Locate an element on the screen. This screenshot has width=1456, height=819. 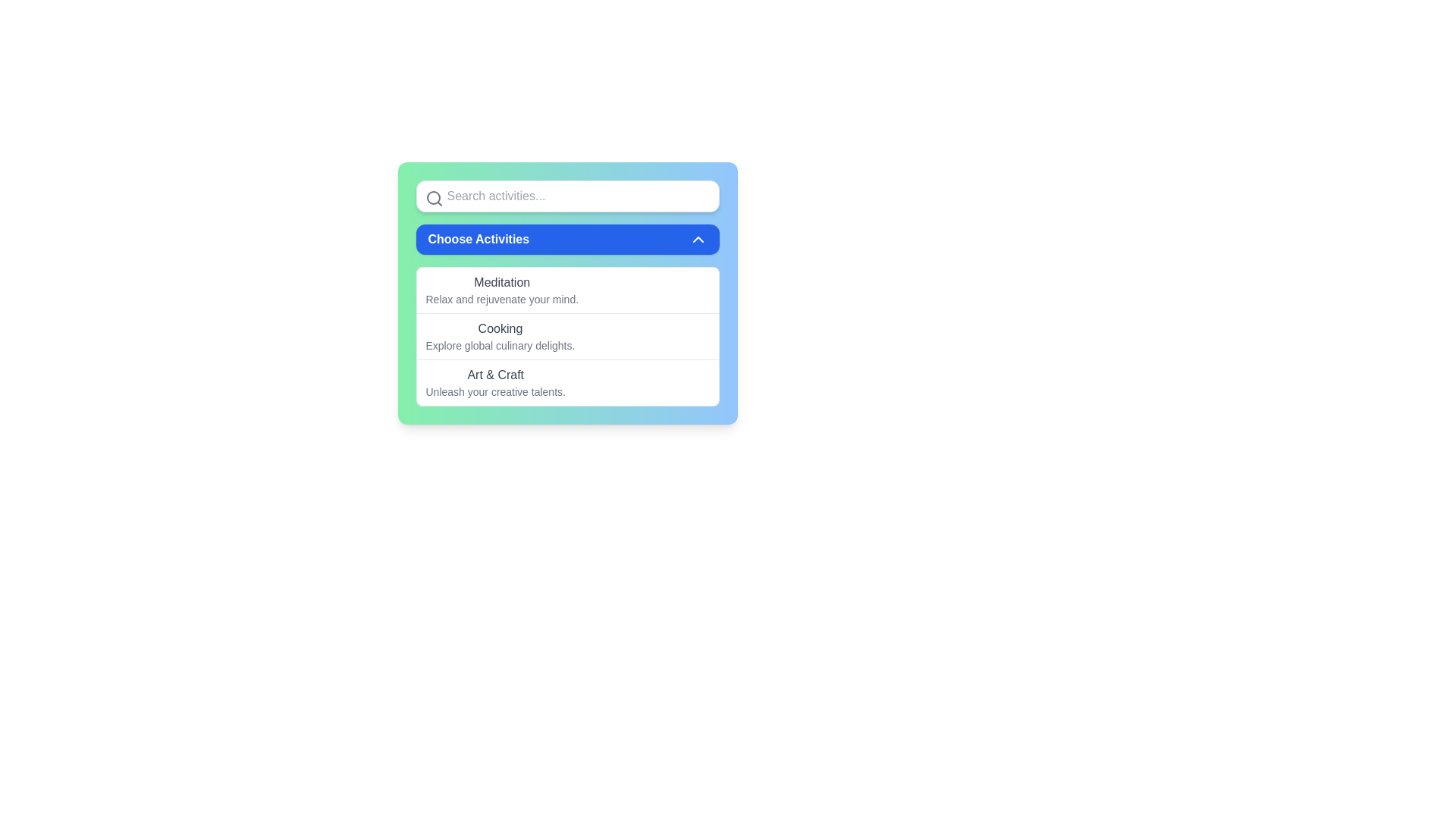
the text label displaying 'Relax and rejuvenate your mind.' which is styled in gray and positioned underneath the 'Meditation' label is located at coordinates (502, 299).